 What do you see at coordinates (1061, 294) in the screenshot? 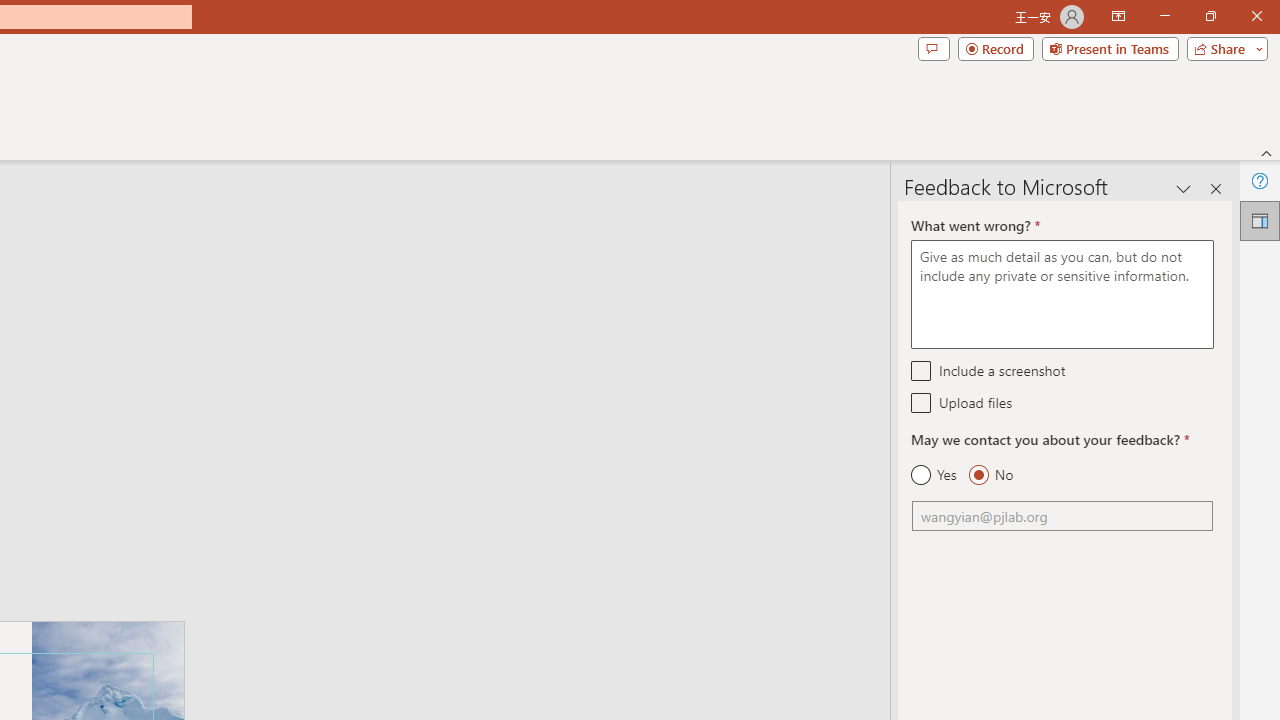
I see `'What went wrong? *'` at bounding box center [1061, 294].